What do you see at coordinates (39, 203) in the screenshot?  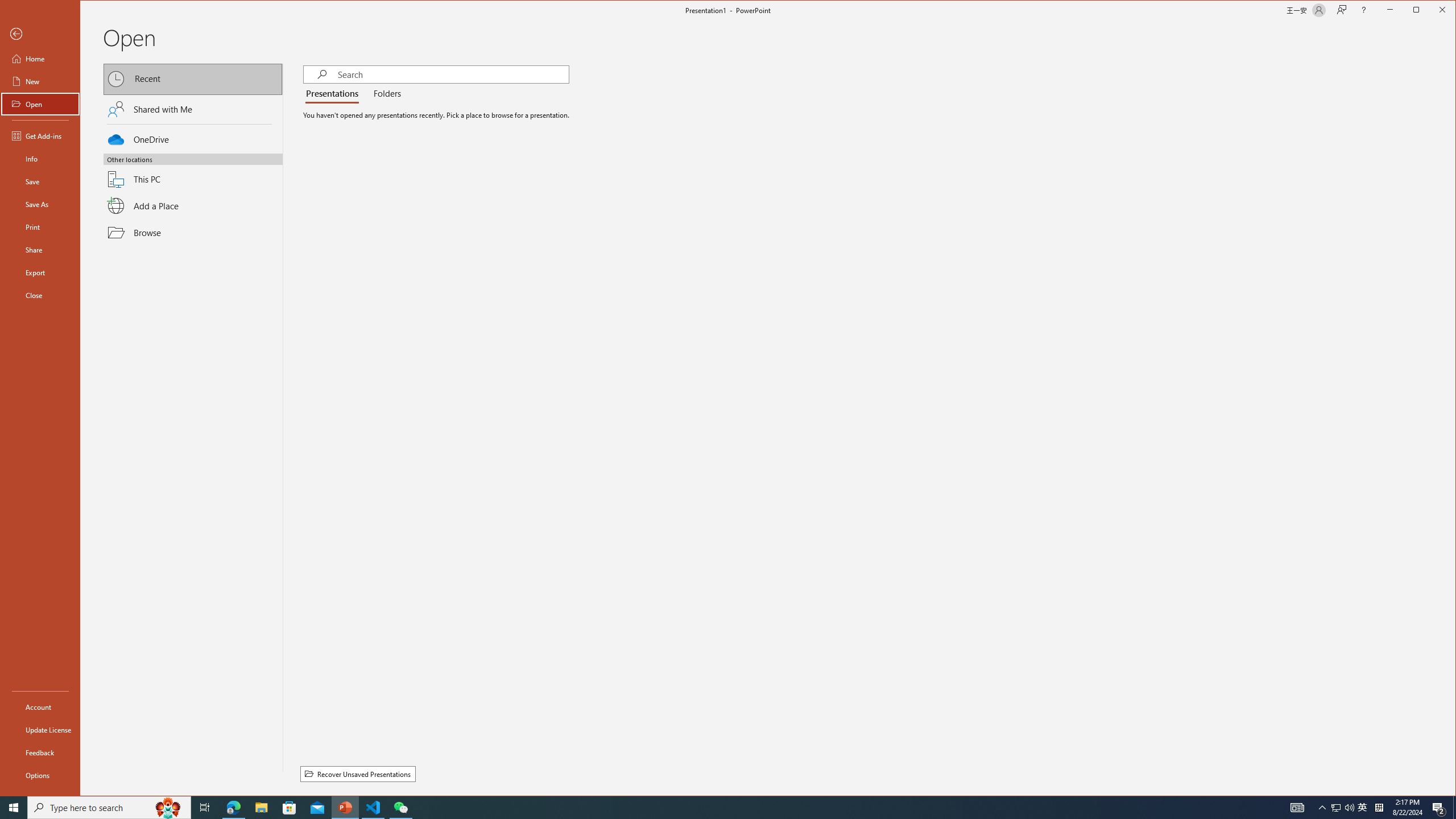 I see `'Save As'` at bounding box center [39, 203].